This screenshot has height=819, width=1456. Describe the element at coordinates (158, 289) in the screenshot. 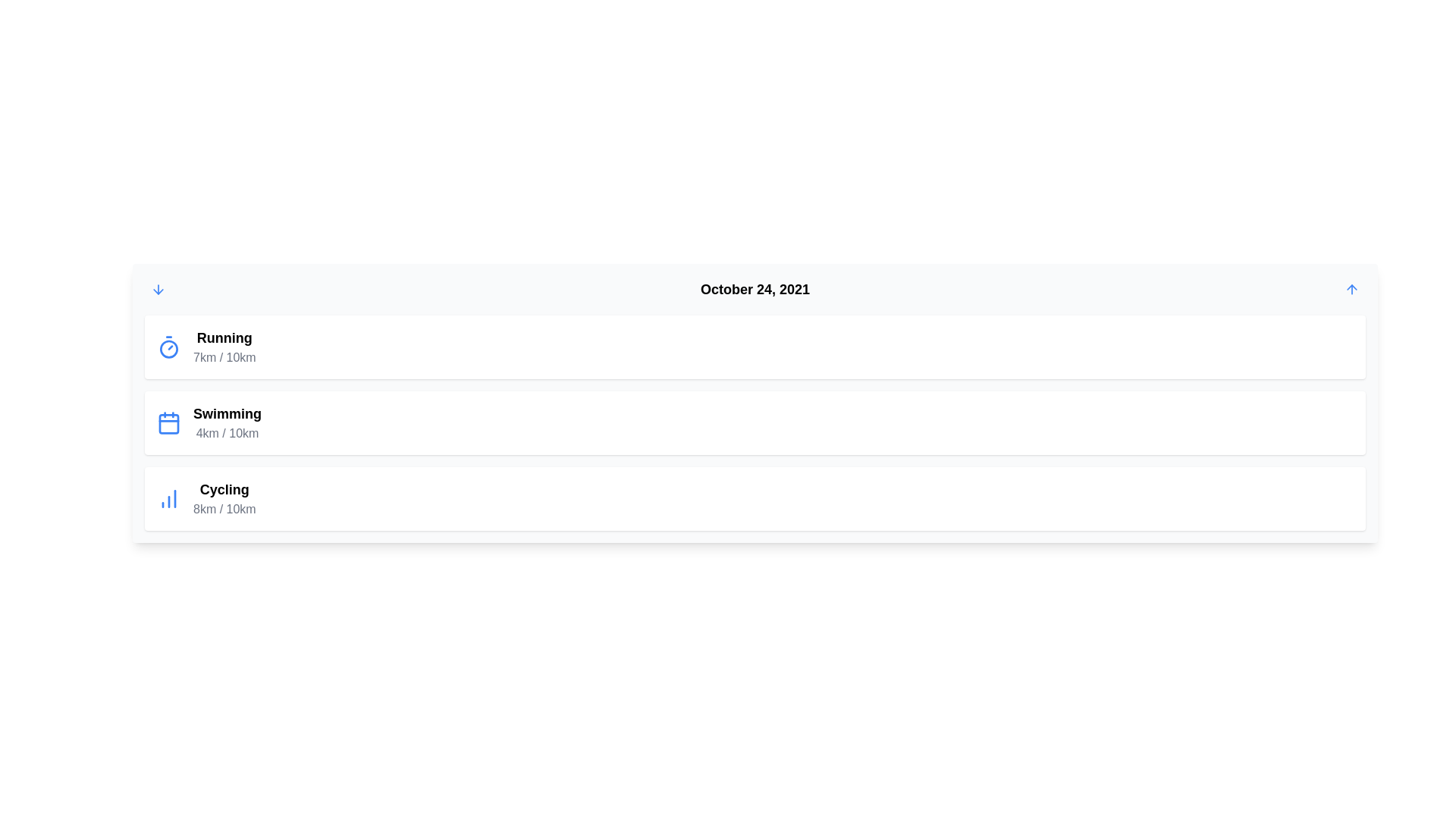

I see `the blue arrow-down icon` at that location.